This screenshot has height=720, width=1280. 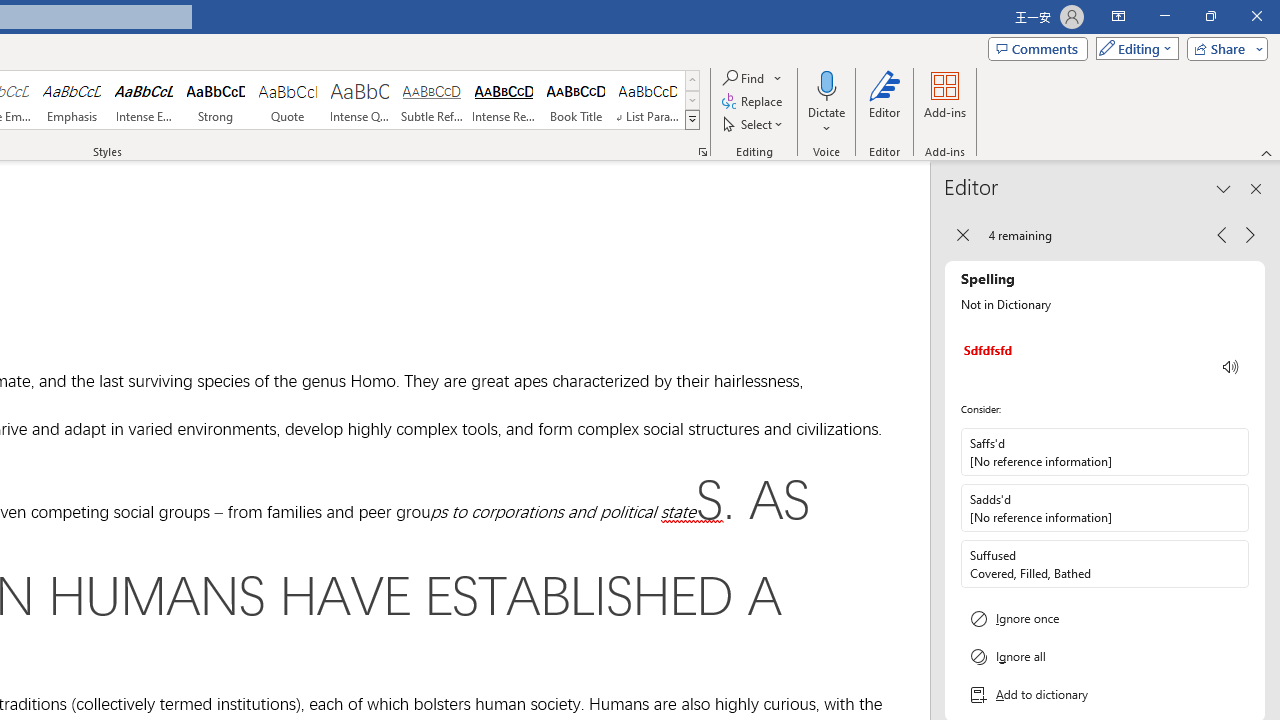 I want to click on 'Dictate', so click(x=826, y=84).